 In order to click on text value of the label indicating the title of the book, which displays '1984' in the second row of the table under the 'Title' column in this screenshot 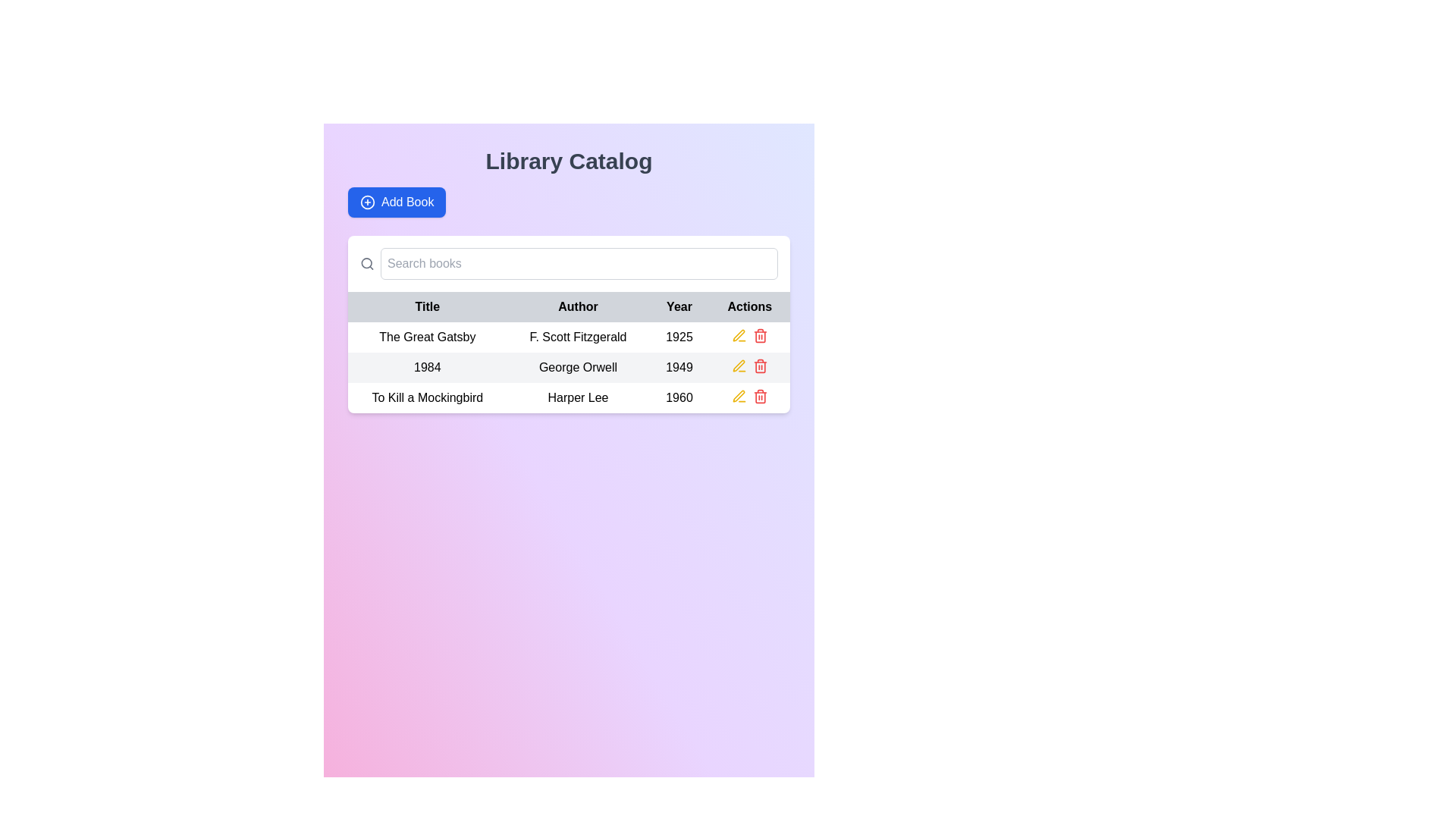, I will do `click(426, 368)`.